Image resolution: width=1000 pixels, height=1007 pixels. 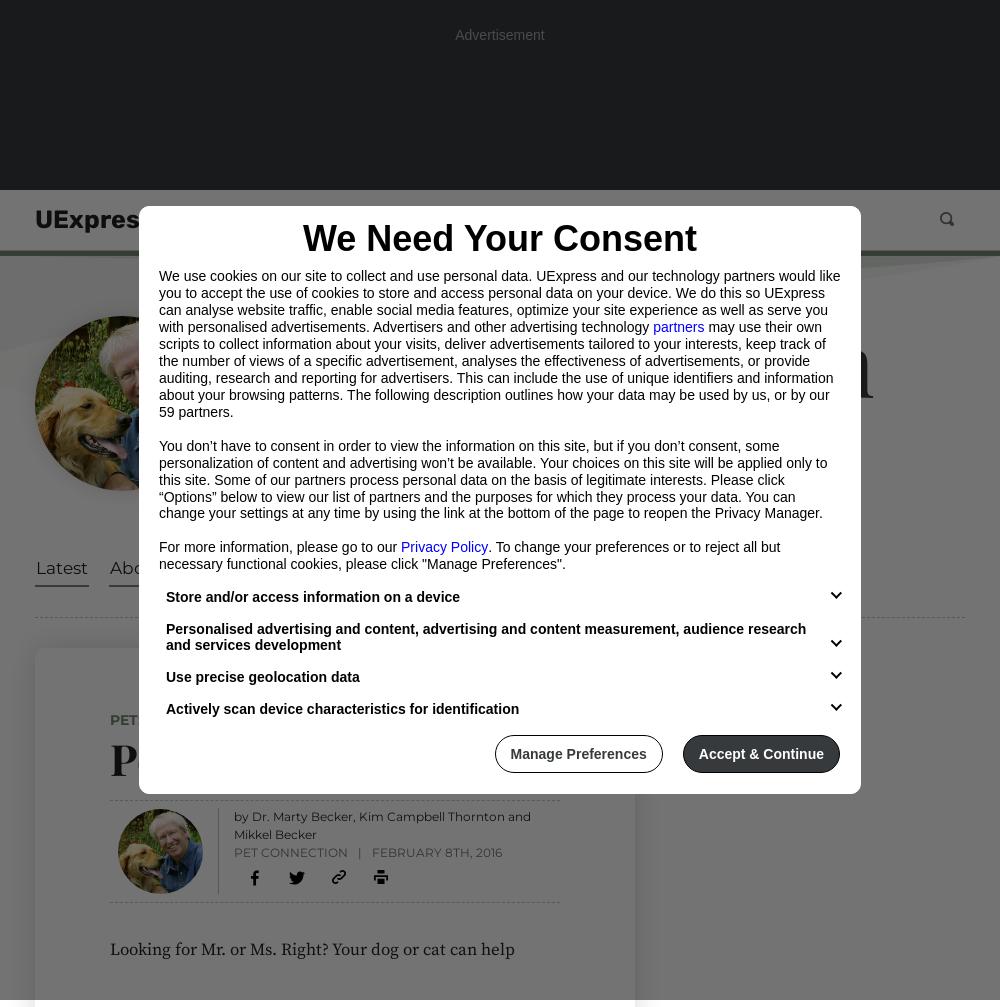 What do you see at coordinates (136, 567) in the screenshot?
I see `'about'` at bounding box center [136, 567].